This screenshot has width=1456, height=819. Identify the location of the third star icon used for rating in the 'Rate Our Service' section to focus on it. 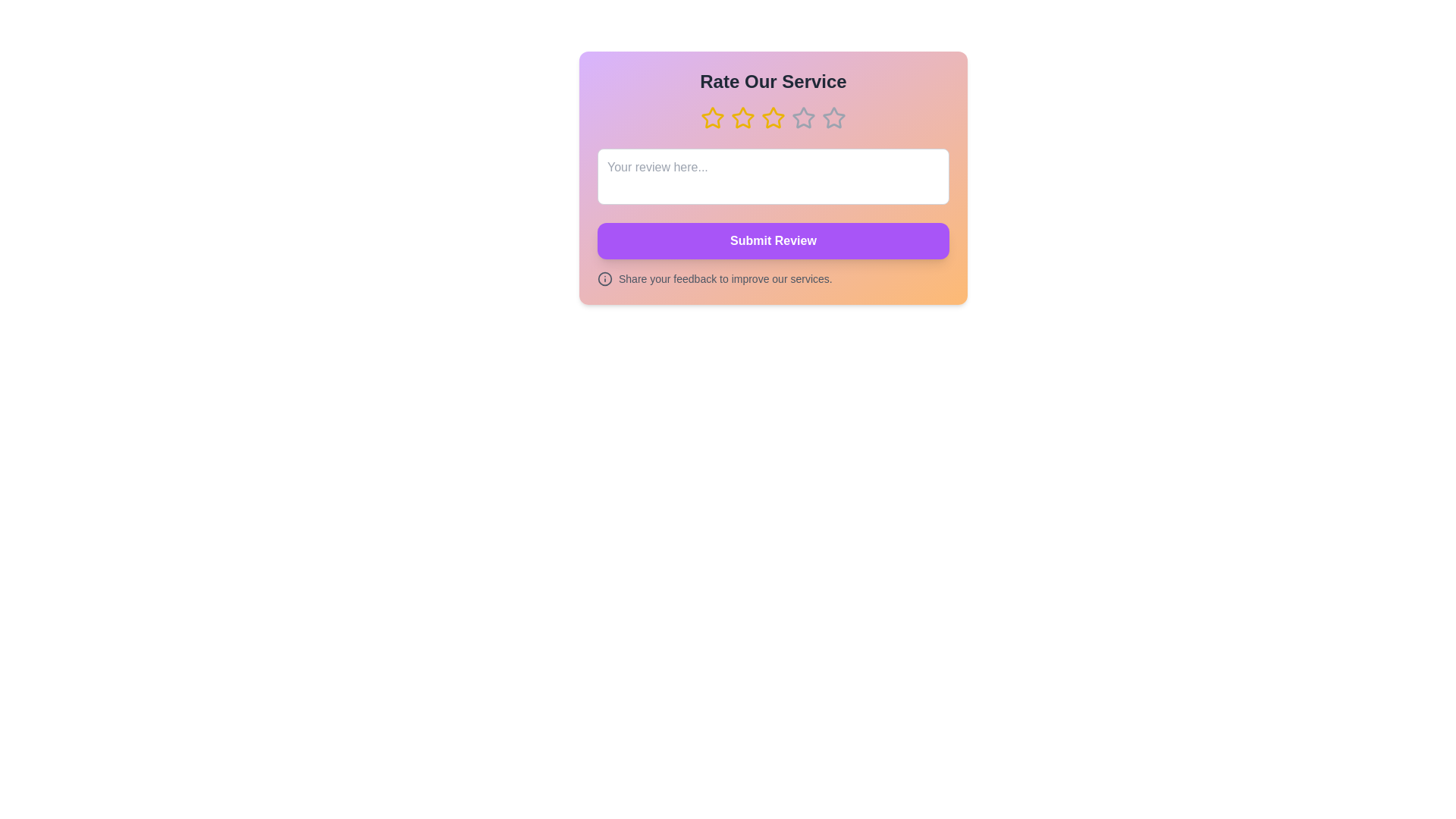
(773, 117).